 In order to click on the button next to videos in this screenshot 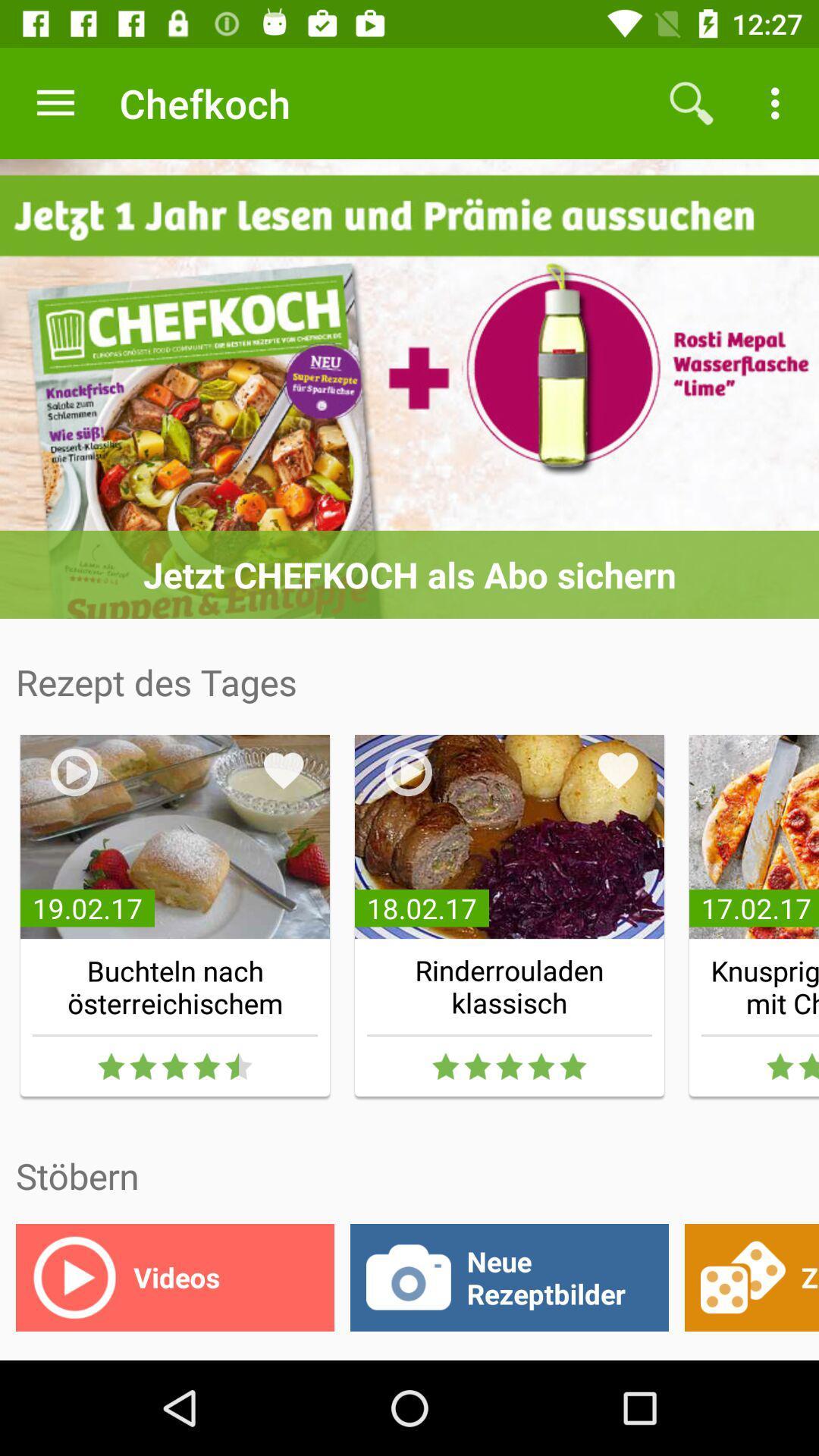, I will do `click(509, 1276)`.